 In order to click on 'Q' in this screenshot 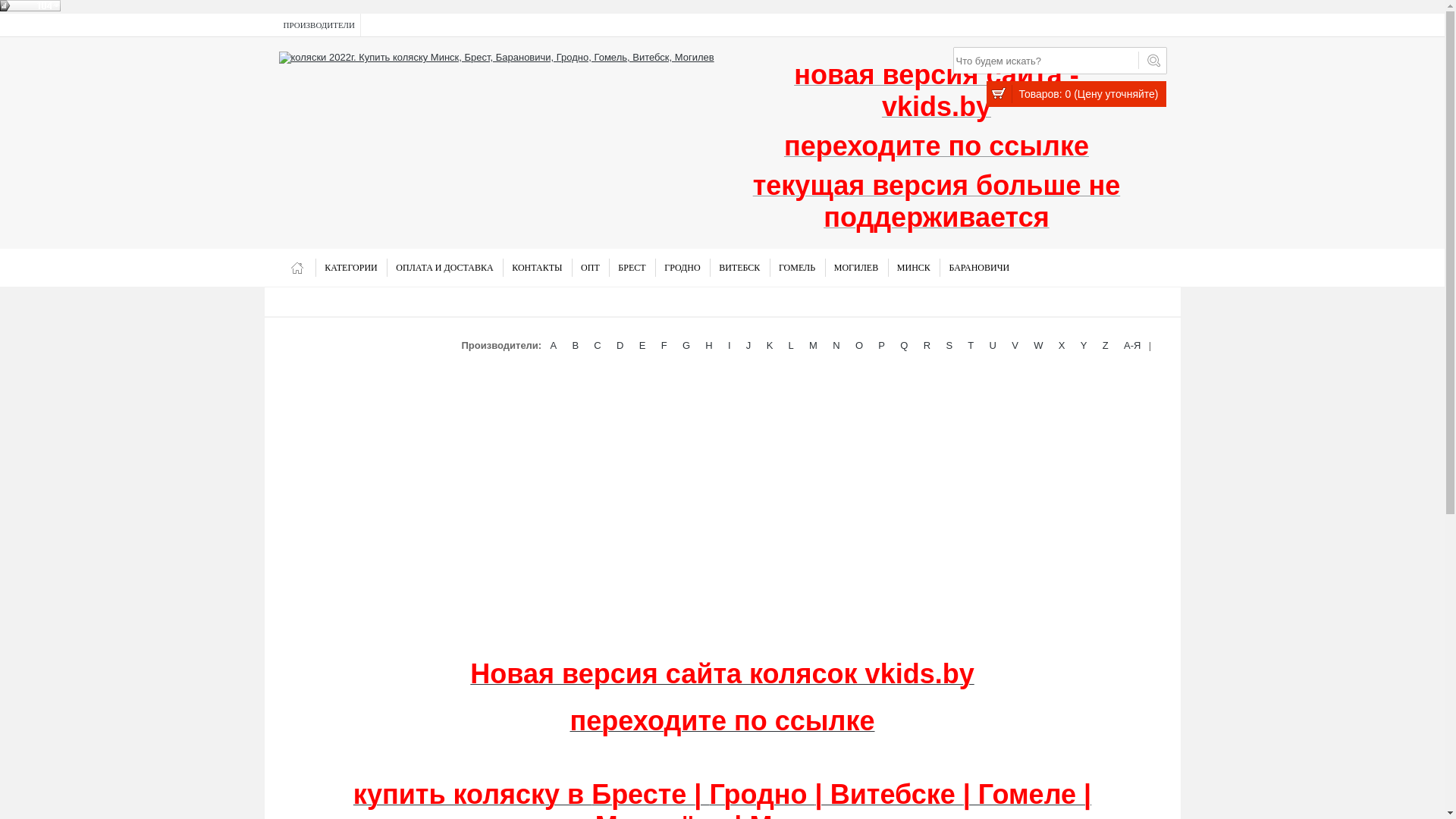, I will do `click(903, 345)`.